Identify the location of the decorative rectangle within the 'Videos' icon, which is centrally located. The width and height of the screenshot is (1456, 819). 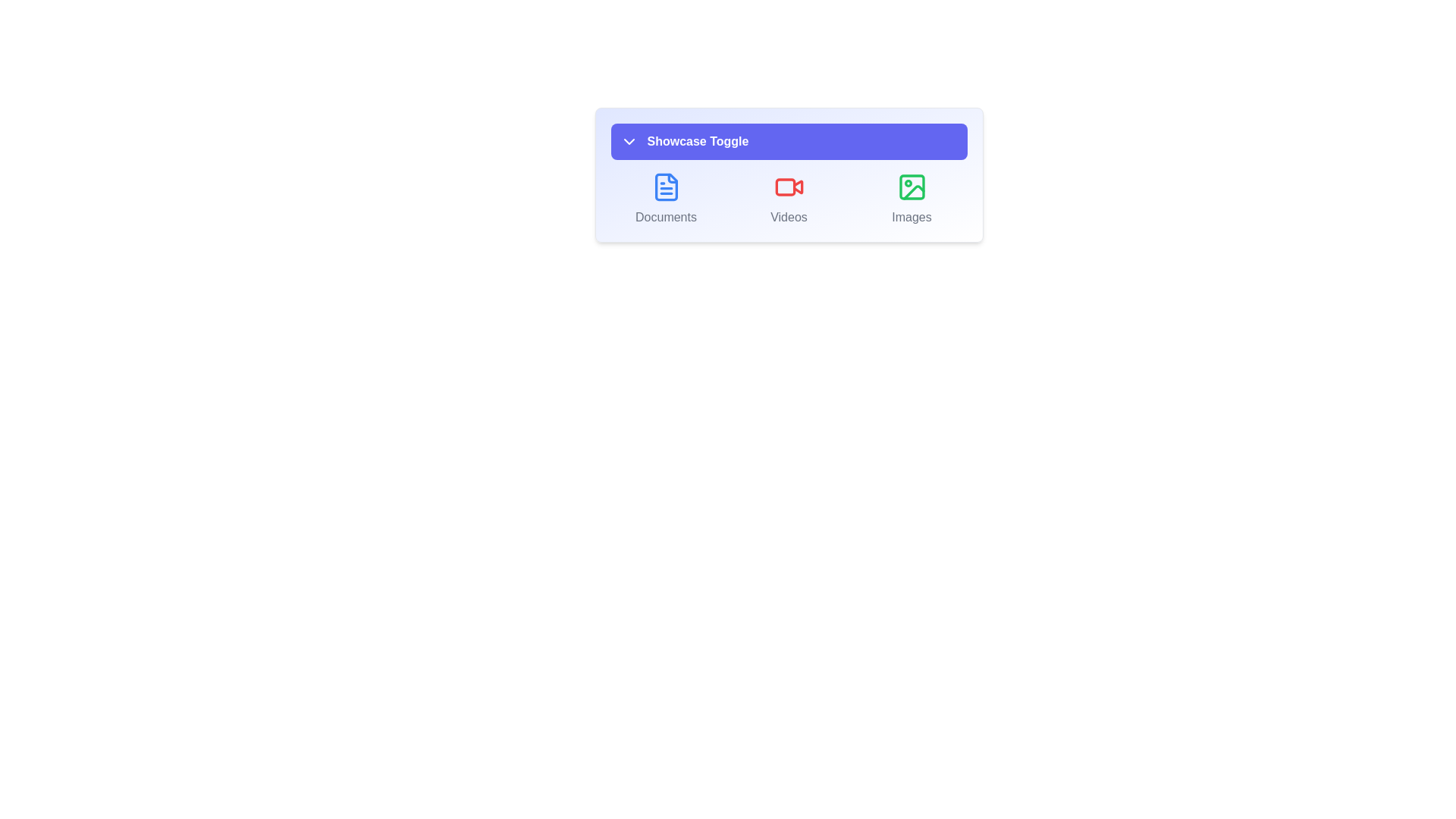
(785, 186).